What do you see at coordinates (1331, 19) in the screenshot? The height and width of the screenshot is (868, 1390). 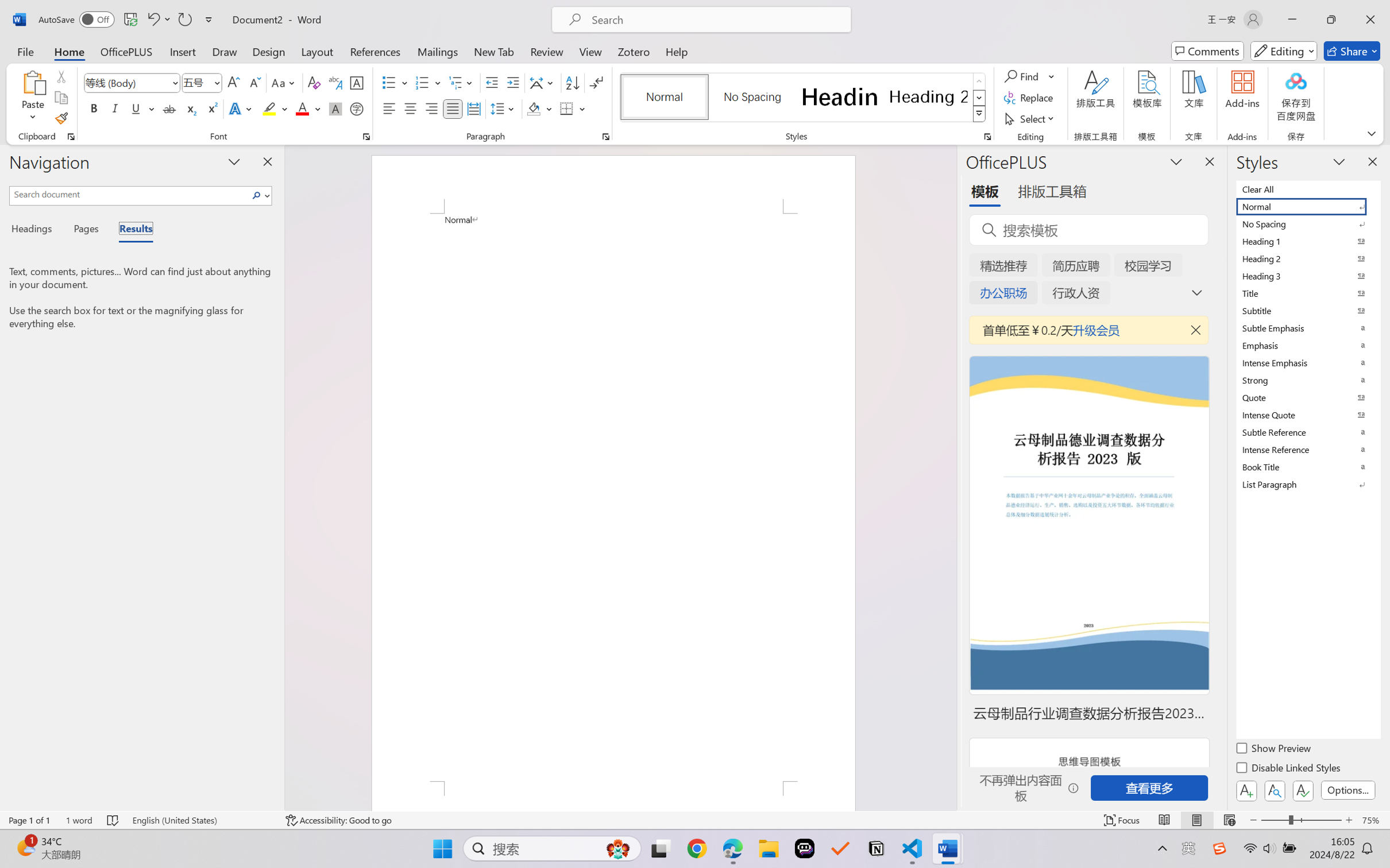 I see `'Restore Down'` at bounding box center [1331, 19].